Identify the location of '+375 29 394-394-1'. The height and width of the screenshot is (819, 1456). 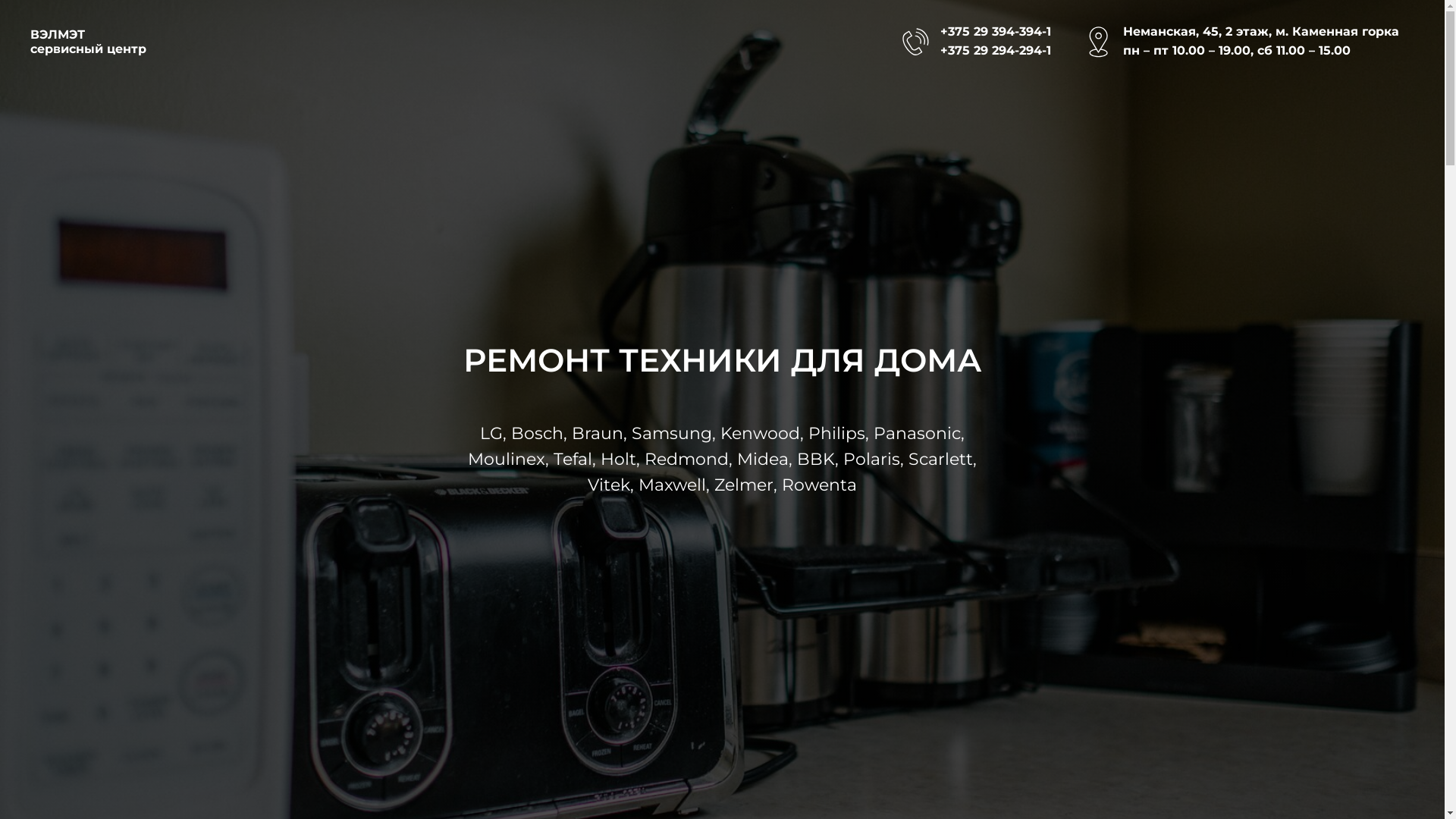
(996, 31).